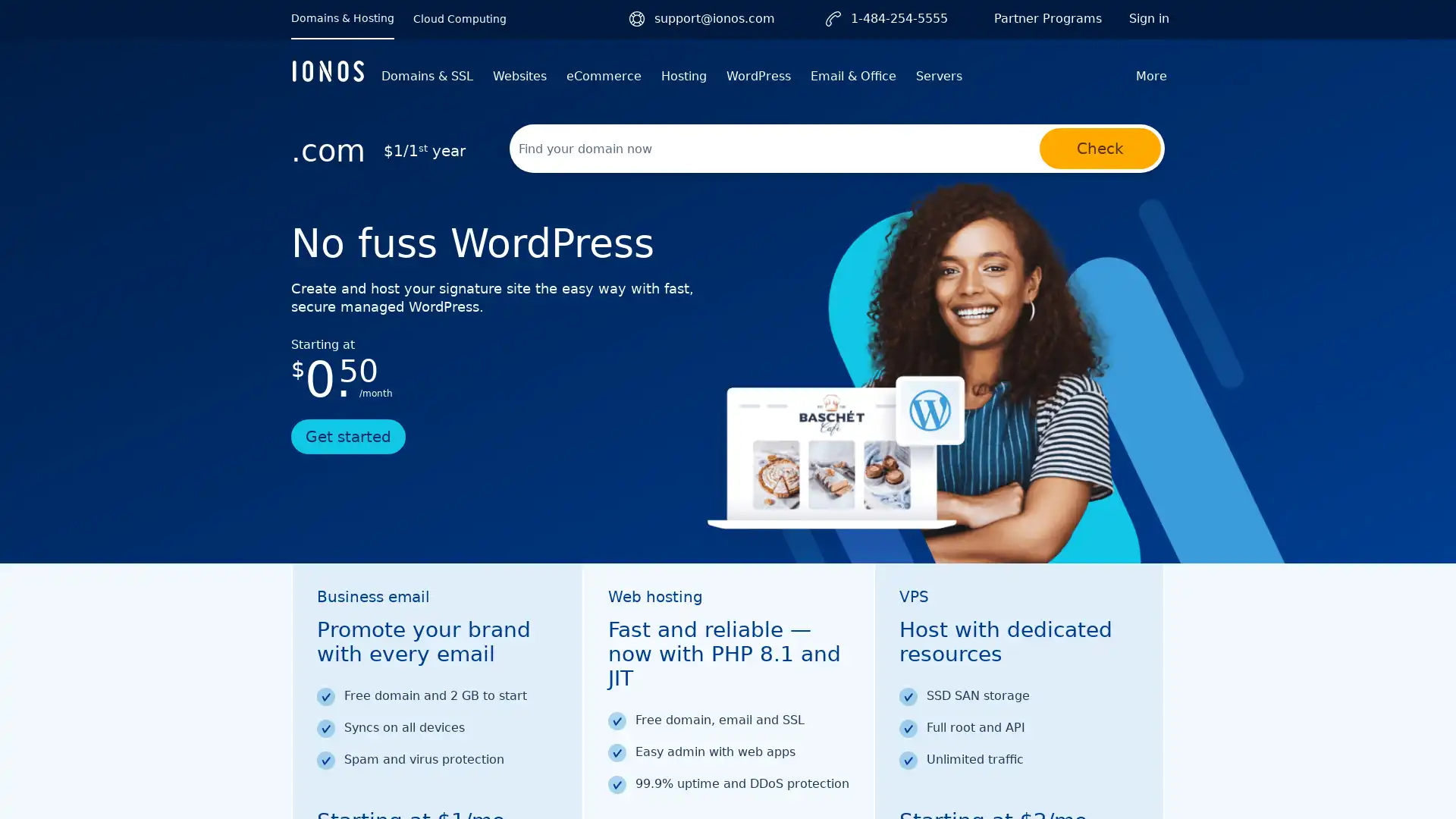 The height and width of the screenshot is (819, 1456). What do you see at coordinates (683, 76) in the screenshot?
I see `Hosting` at bounding box center [683, 76].